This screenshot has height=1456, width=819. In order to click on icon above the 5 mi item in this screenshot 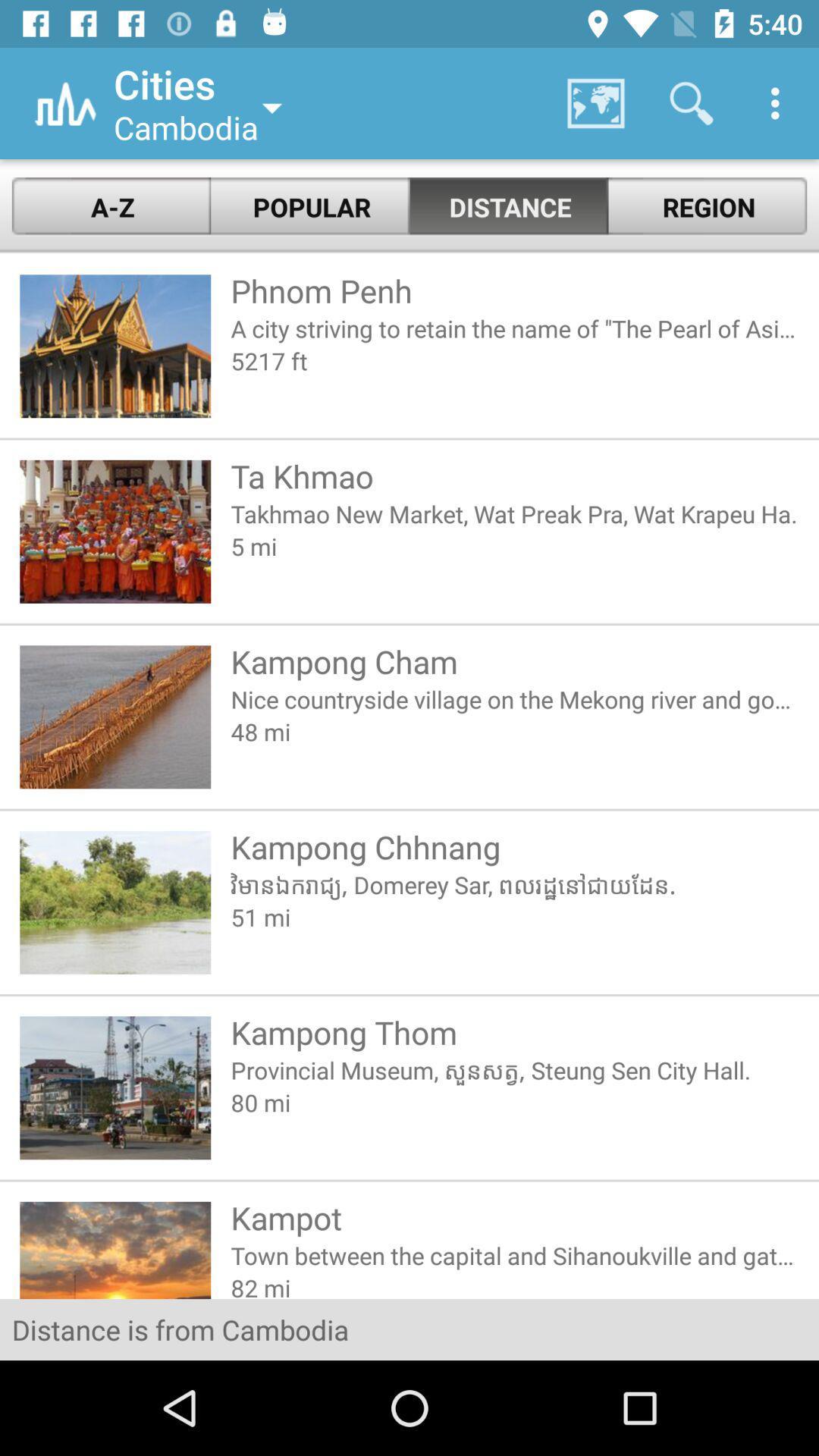, I will do `click(514, 513)`.